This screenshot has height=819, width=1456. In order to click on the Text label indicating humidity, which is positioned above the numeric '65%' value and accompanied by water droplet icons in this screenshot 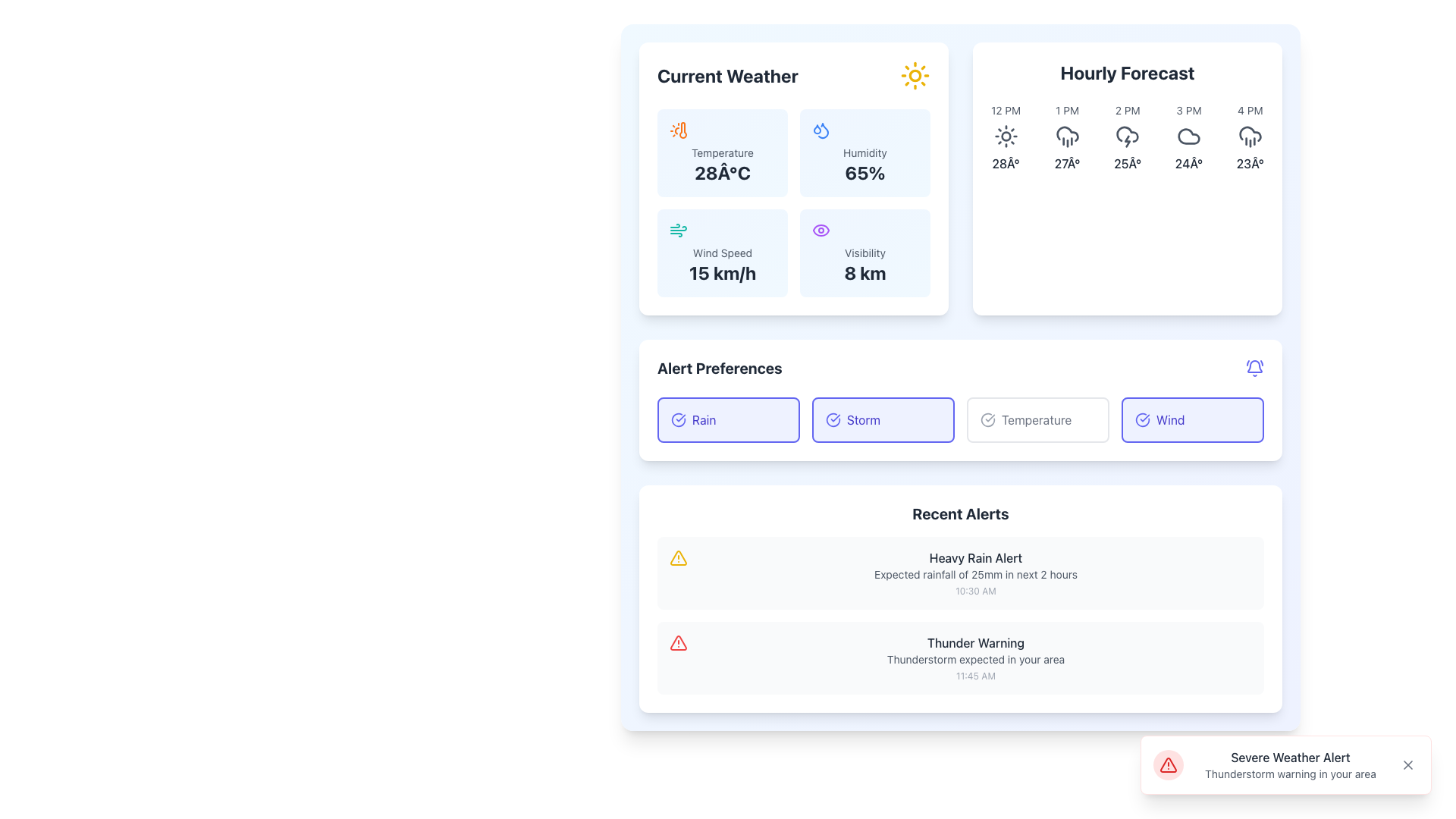, I will do `click(865, 152)`.